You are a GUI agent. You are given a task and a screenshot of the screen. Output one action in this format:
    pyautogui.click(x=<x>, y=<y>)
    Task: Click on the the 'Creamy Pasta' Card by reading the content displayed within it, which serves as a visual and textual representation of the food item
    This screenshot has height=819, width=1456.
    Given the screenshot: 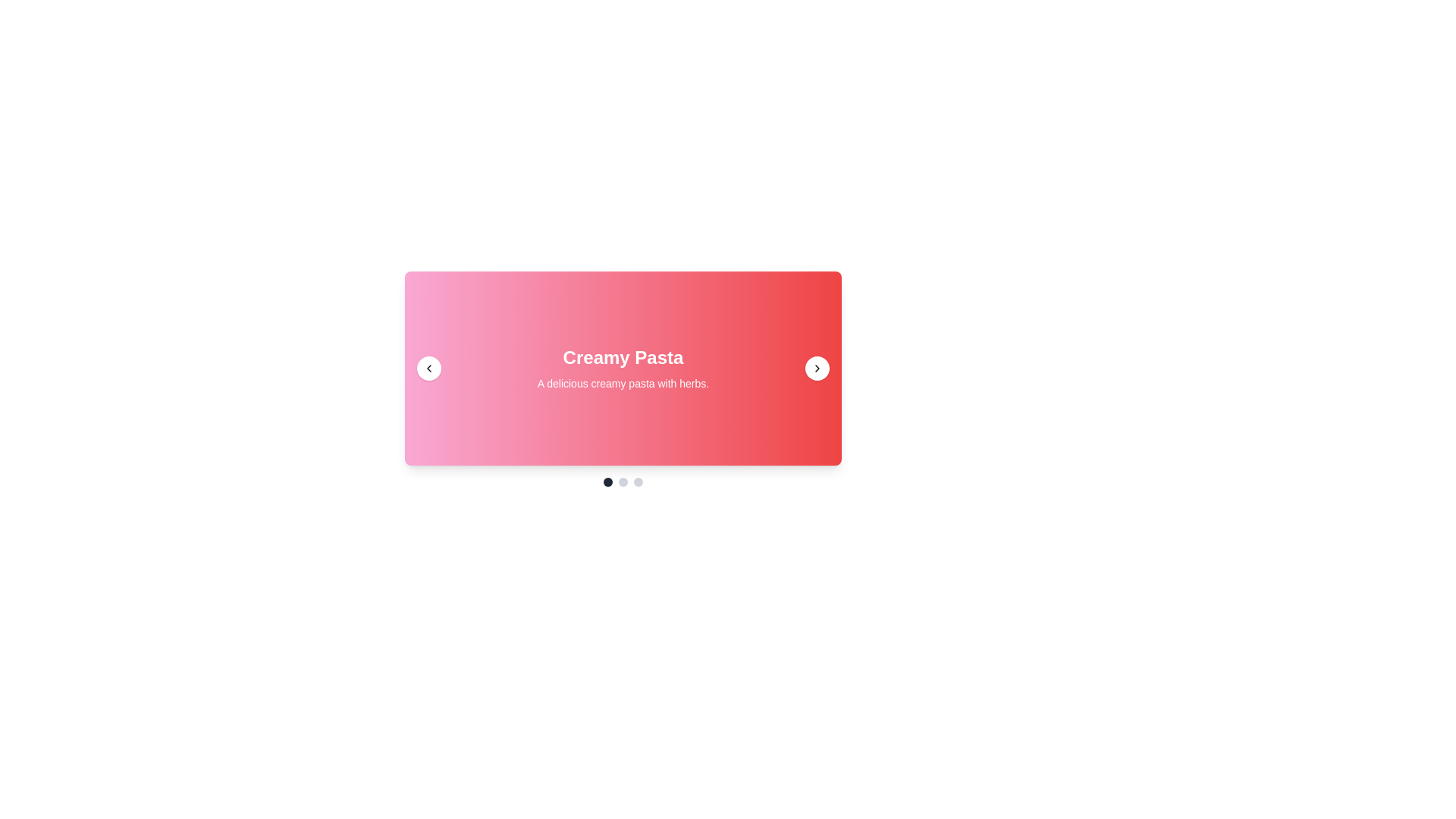 What is the action you would take?
    pyautogui.click(x=623, y=369)
    